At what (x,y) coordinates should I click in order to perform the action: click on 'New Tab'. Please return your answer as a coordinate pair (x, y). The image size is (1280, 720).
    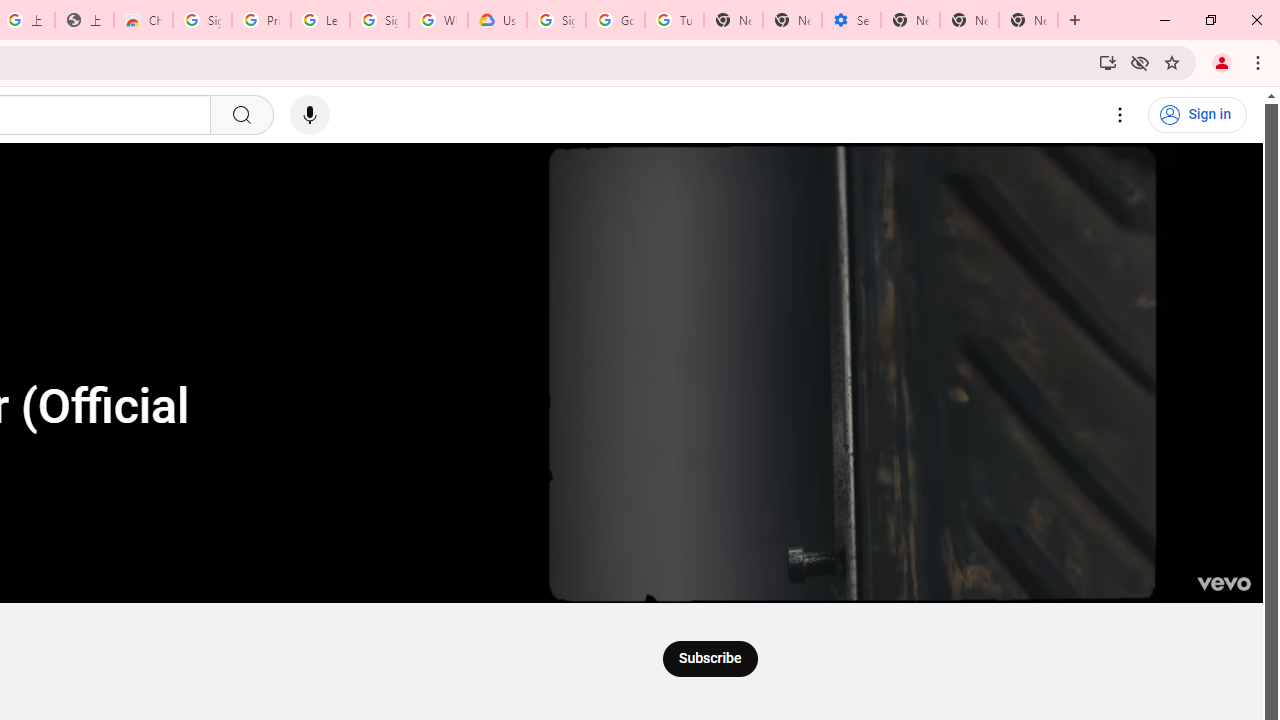
    Looking at the image, I should click on (1028, 20).